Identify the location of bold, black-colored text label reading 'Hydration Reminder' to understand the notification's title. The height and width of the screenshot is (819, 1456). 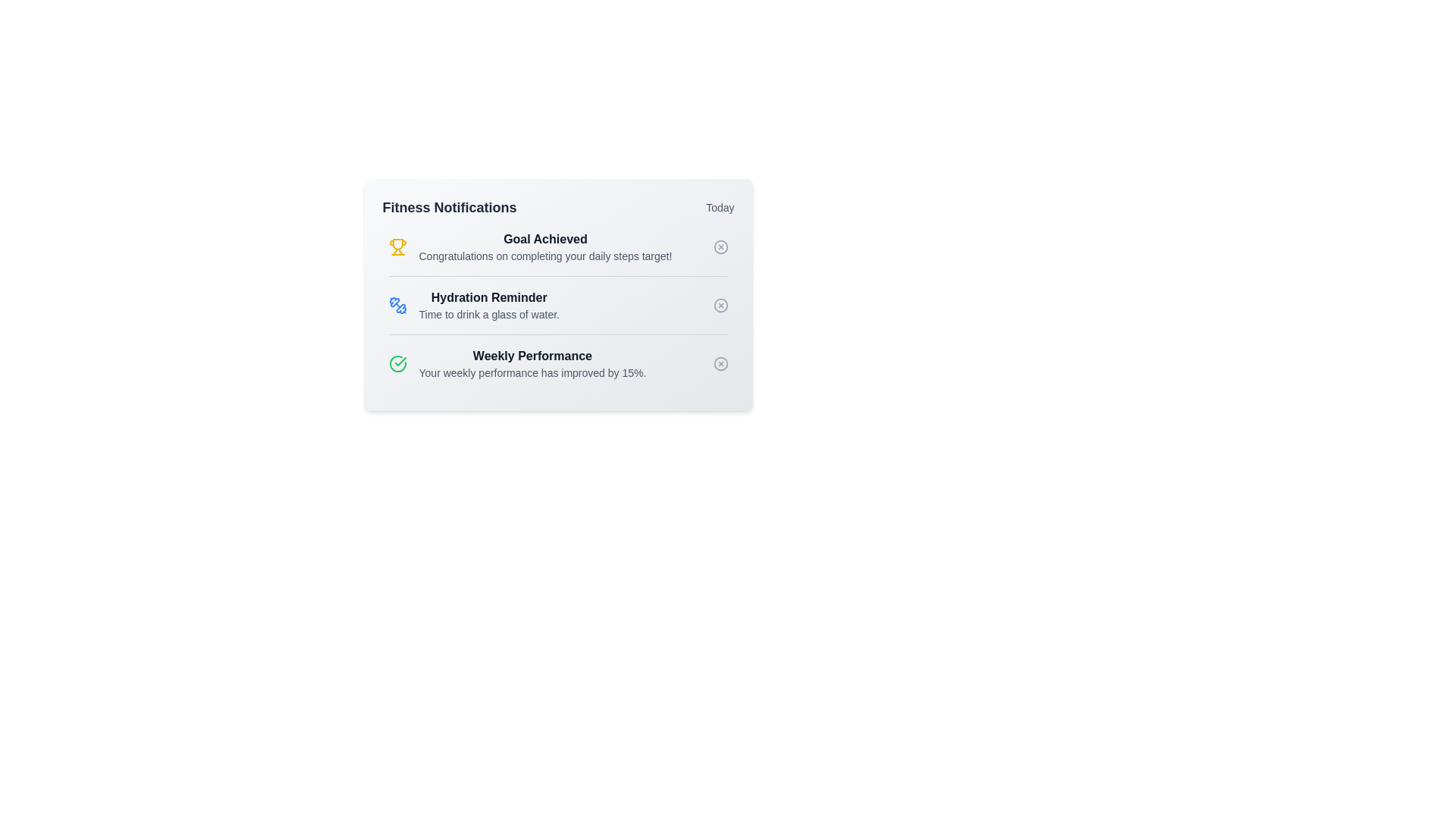
(489, 298).